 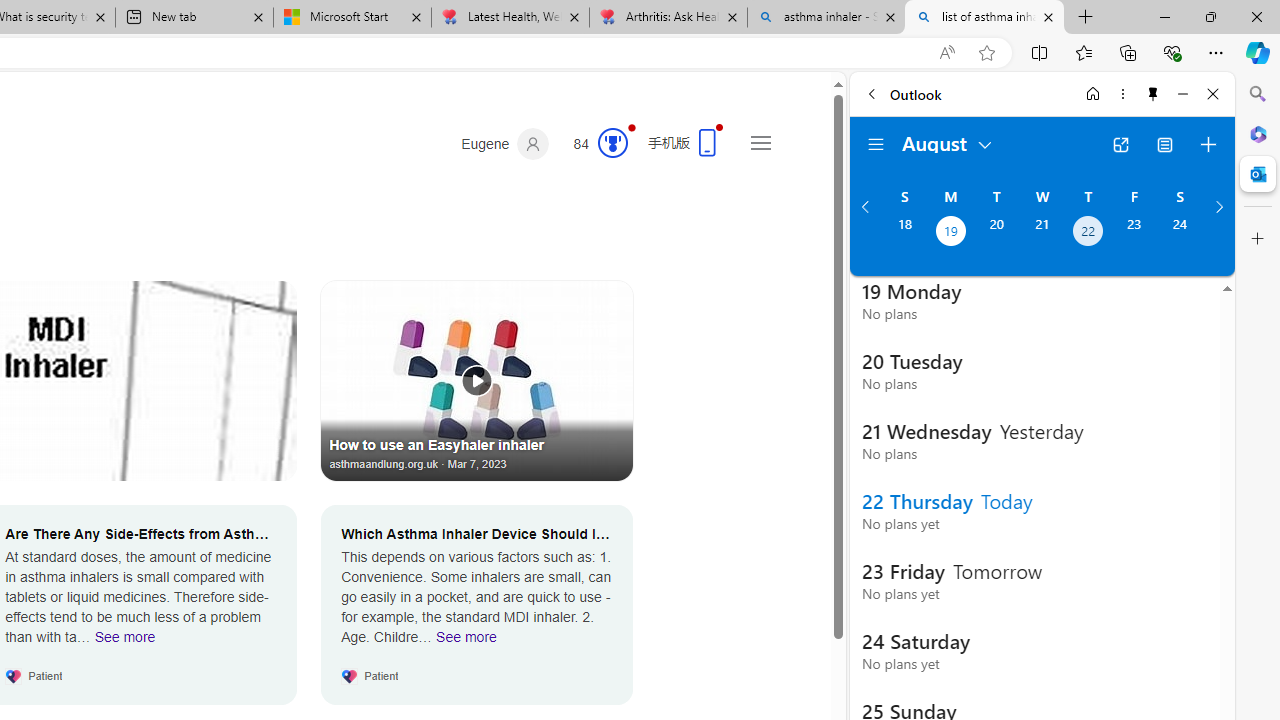 I want to click on 'Monday, August 19, 2024. Date selected. ', so click(x=949, y=232).